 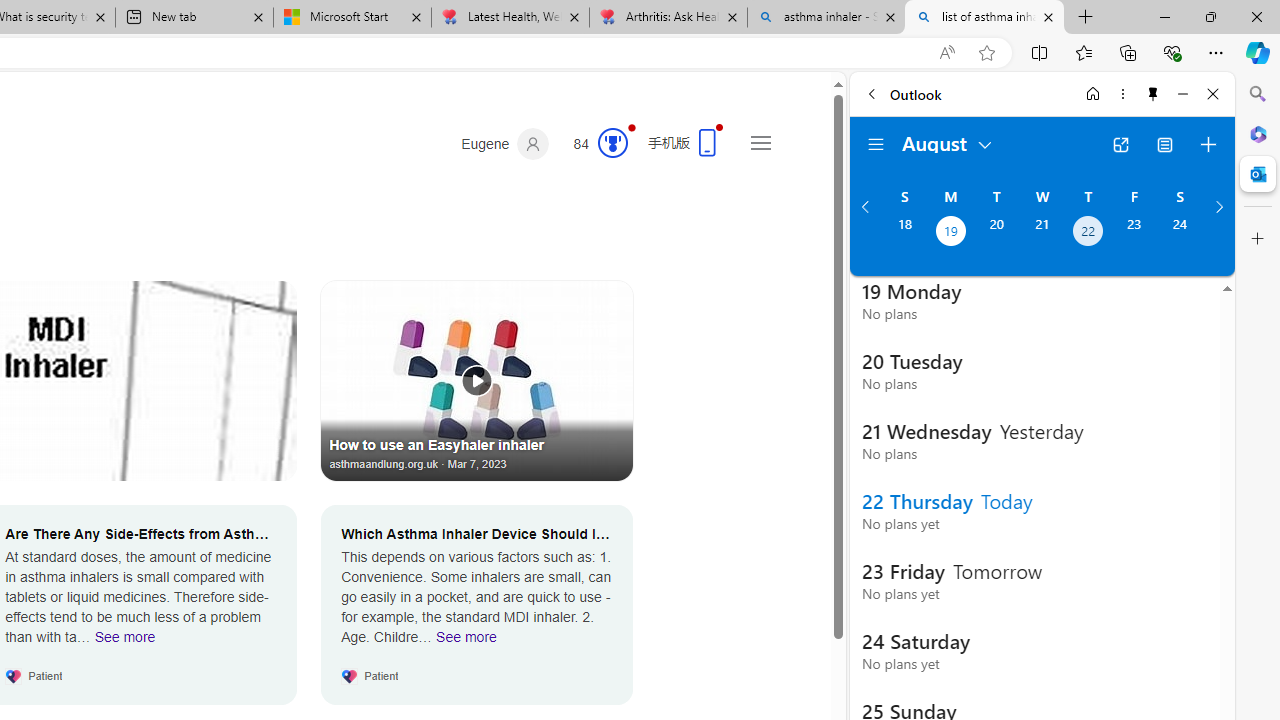 I want to click on 'Monday, August 19, 2024. Date selected. ', so click(x=949, y=232).